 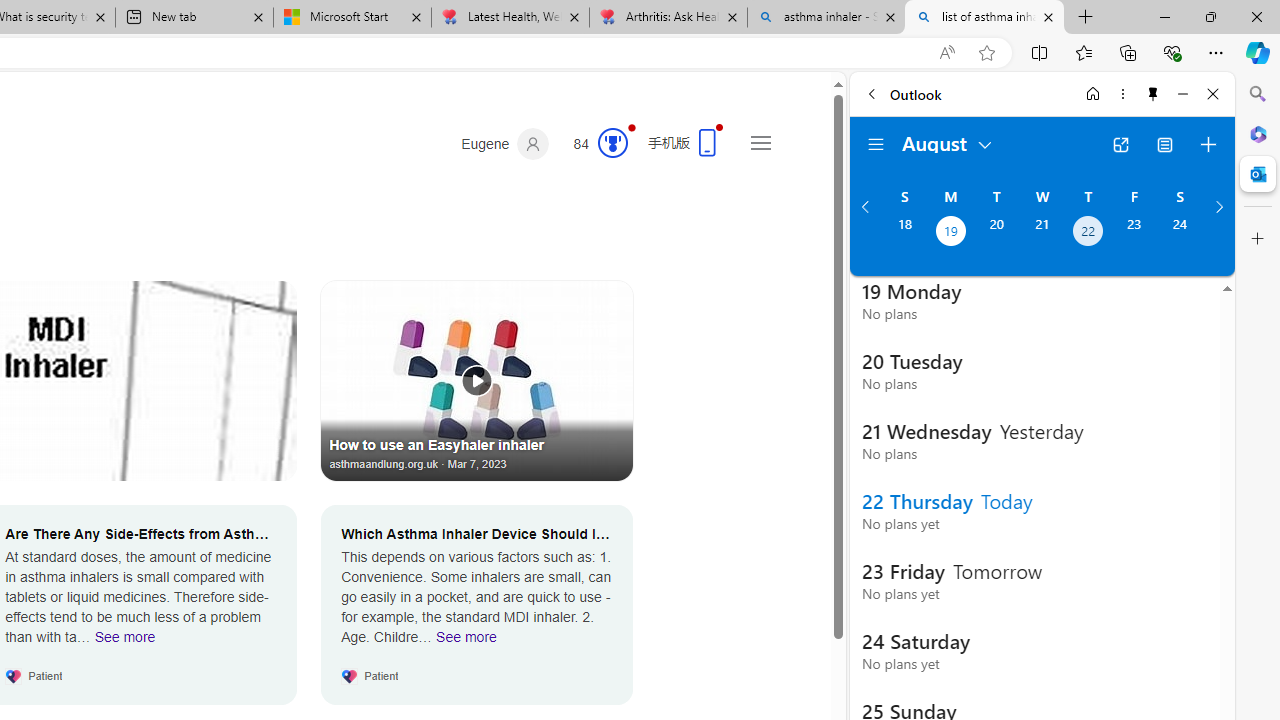 I want to click on 'Monday, August 19, 2024. Date selected. ', so click(x=949, y=232).